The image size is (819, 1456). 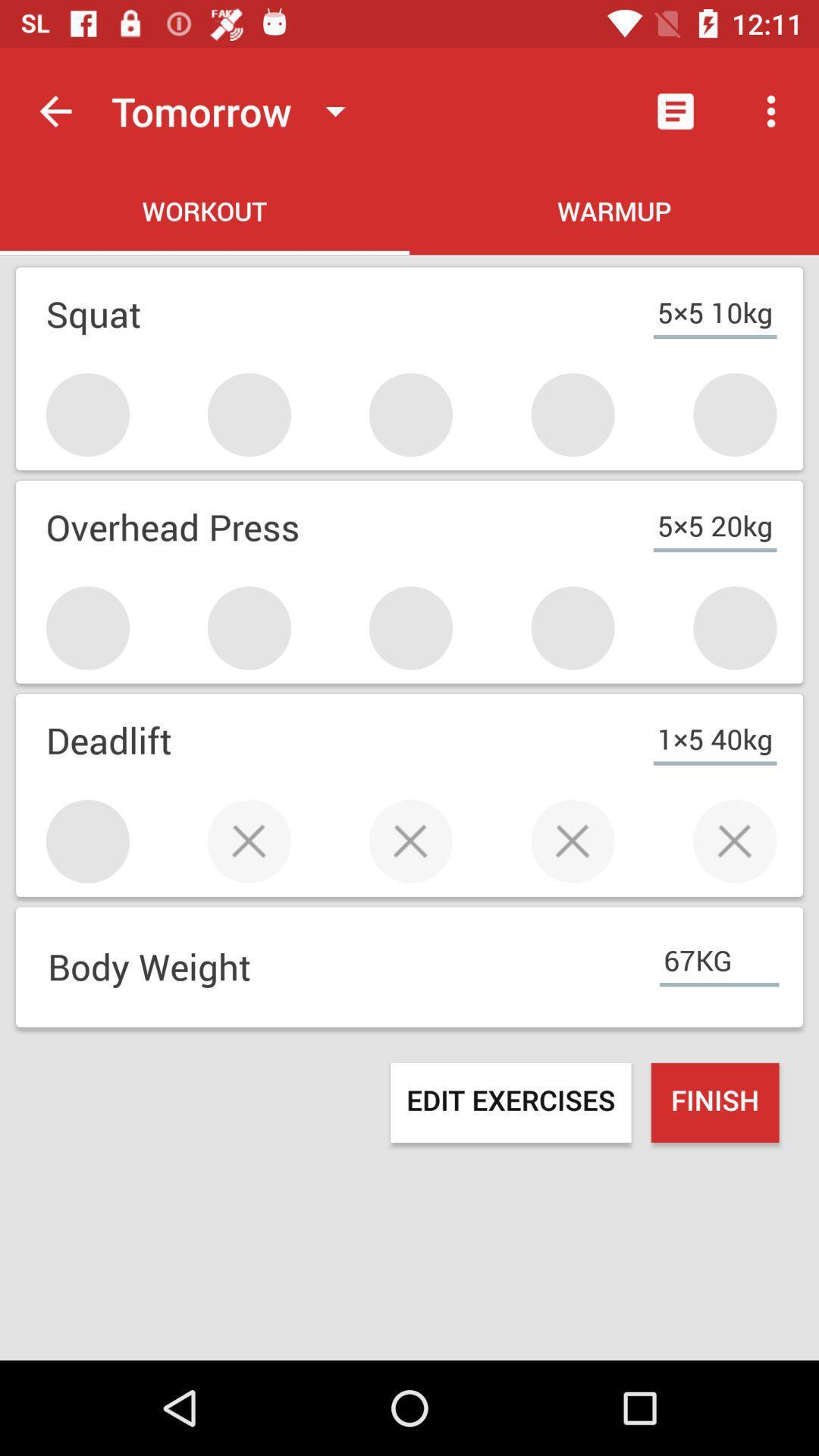 I want to click on workout icon, so click(x=205, y=214).